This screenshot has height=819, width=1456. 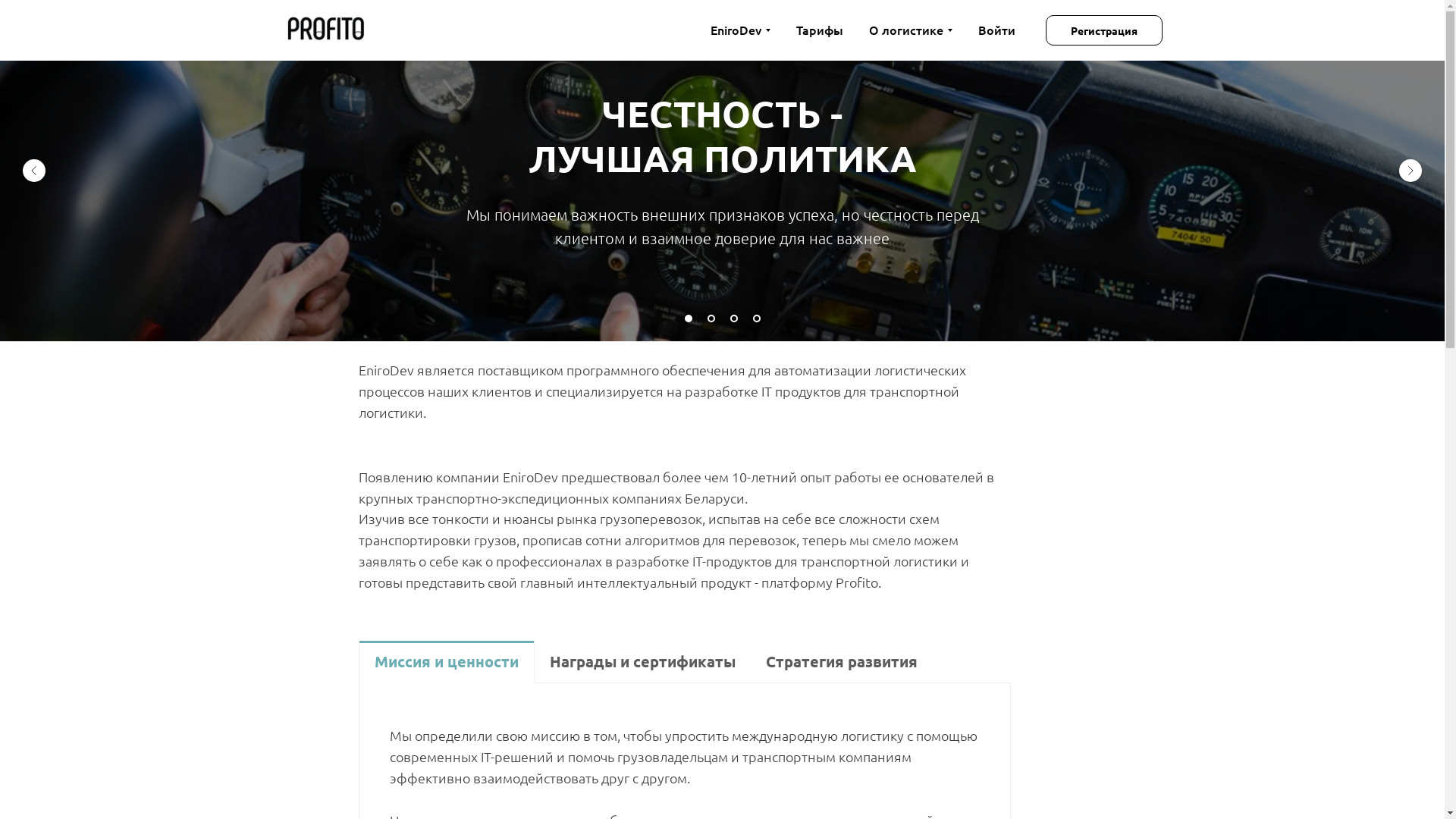 I want to click on 'EniroDev', so click(x=739, y=29).